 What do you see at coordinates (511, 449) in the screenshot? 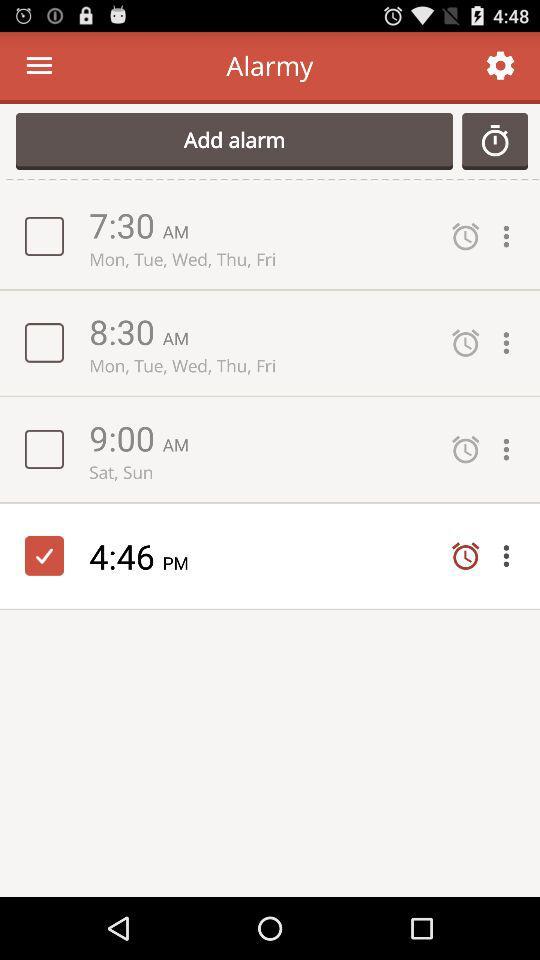
I see `edit alarm details` at bounding box center [511, 449].